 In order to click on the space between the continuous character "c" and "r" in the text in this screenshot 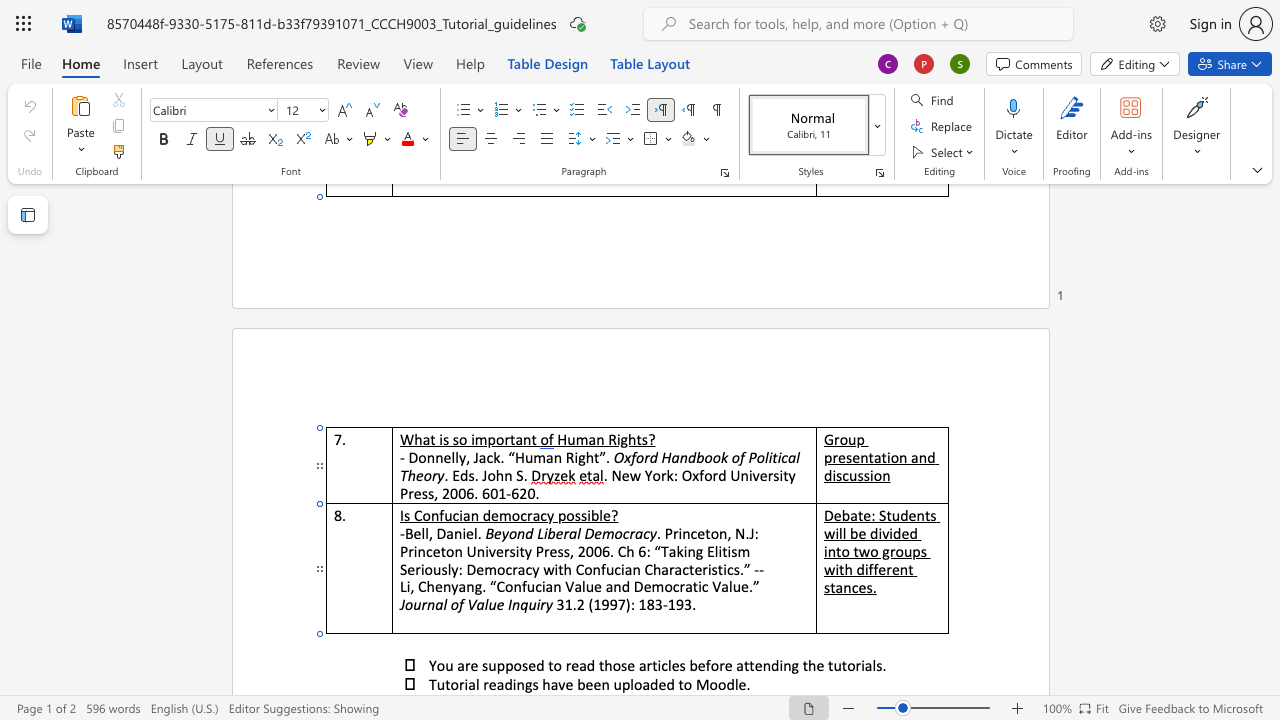, I will do `click(628, 532)`.